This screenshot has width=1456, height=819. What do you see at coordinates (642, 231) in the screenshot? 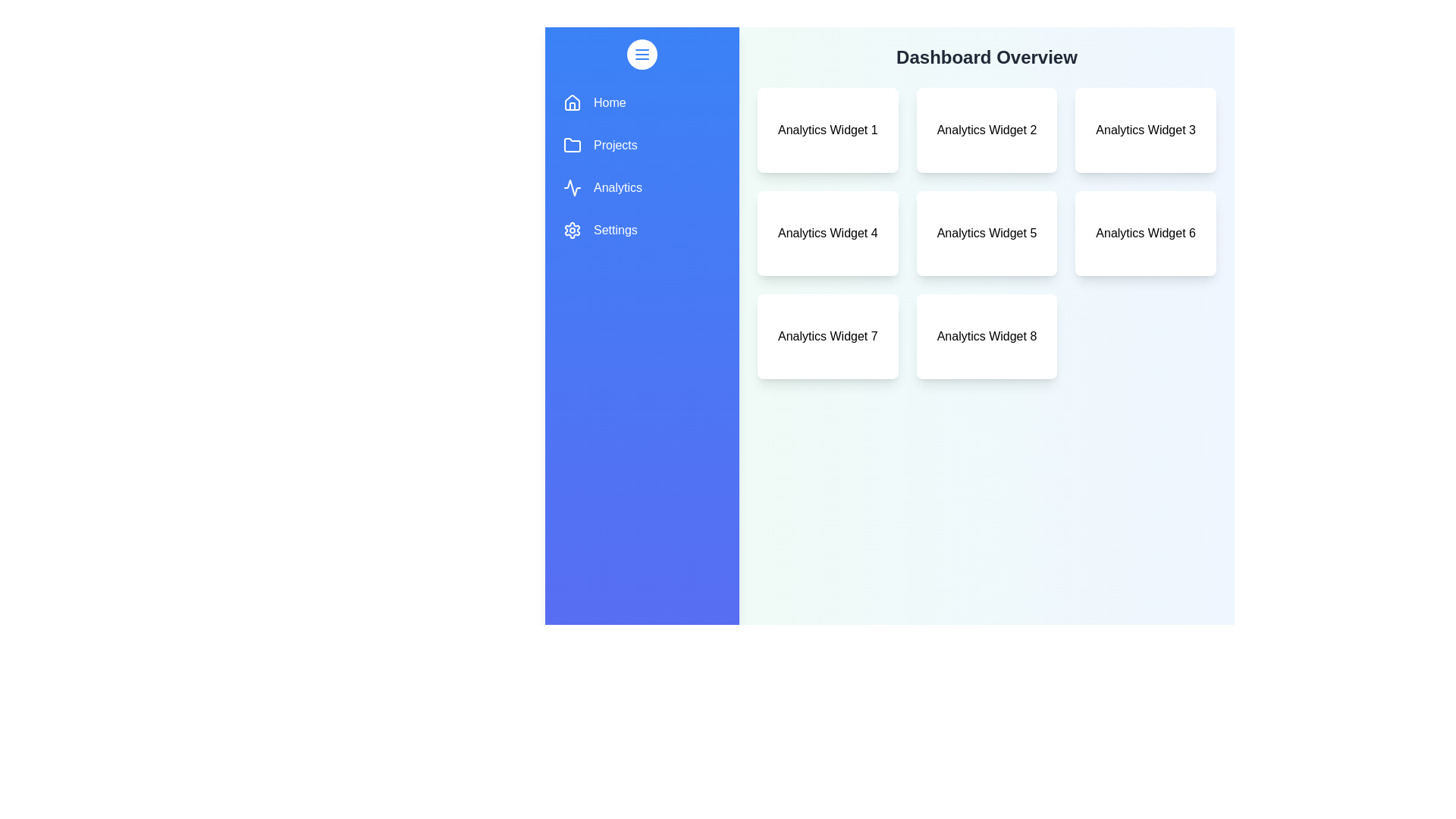
I see `the menu item Settings from the drawer menu` at bounding box center [642, 231].